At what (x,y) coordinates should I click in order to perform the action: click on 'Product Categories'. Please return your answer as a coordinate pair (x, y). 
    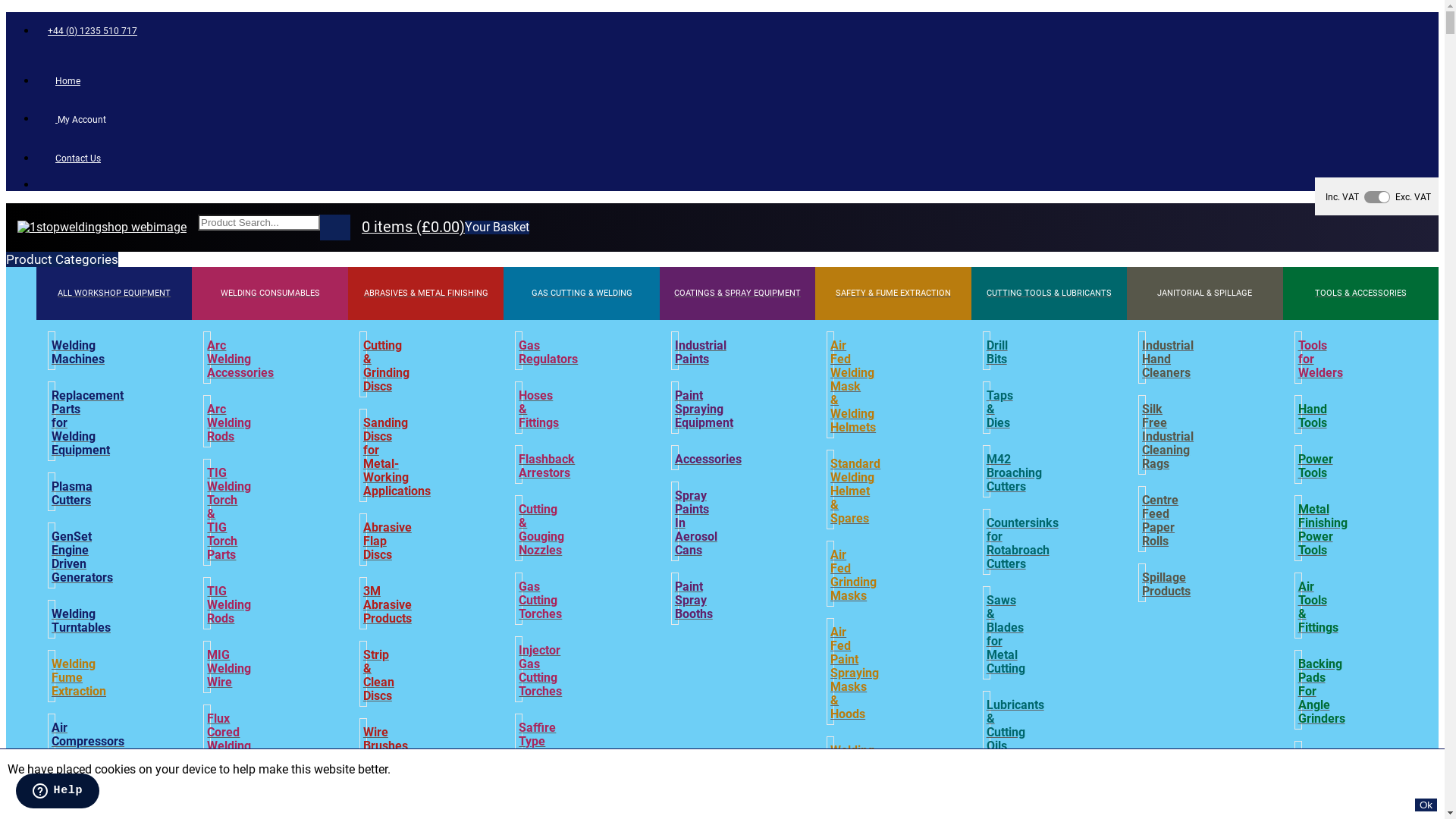
    Looking at the image, I should click on (61, 259).